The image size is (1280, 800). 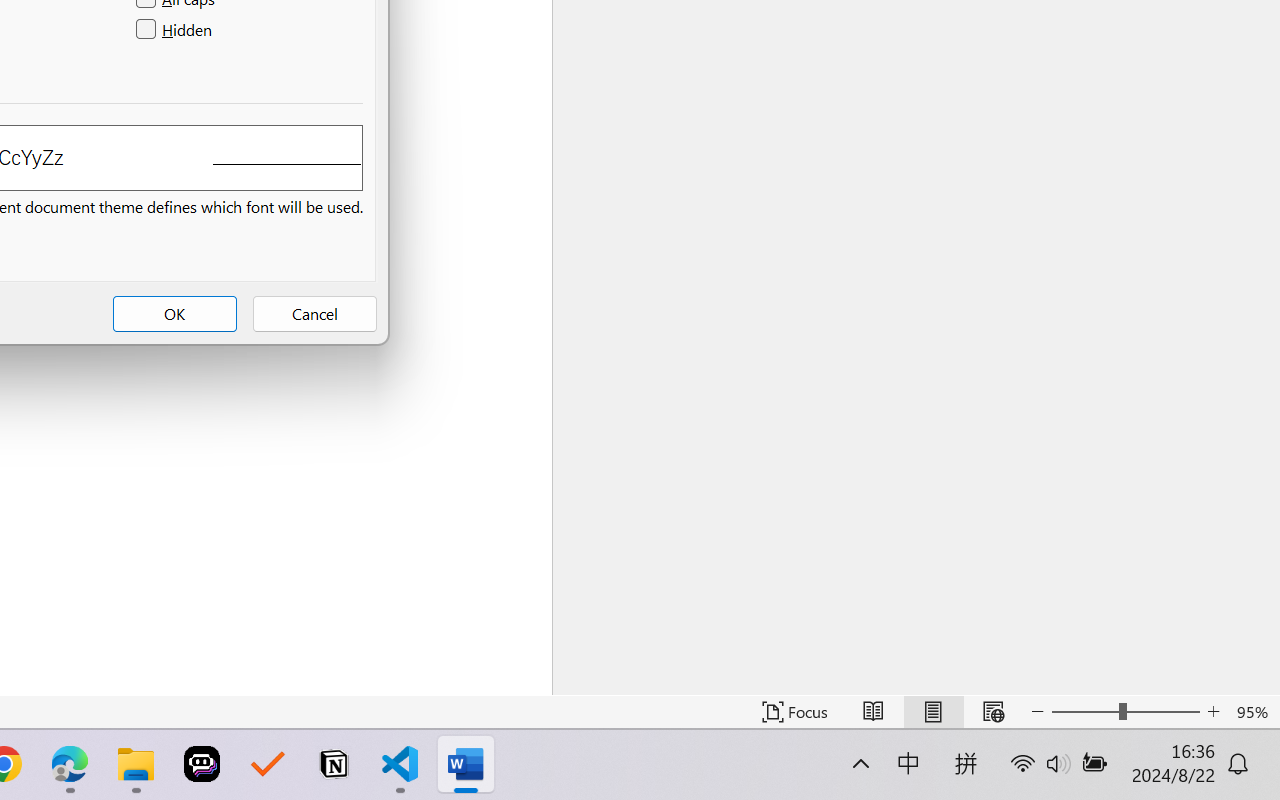 What do you see at coordinates (313, 313) in the screenshot?
I see `'Cancel'` at bounding box center [313, 313].